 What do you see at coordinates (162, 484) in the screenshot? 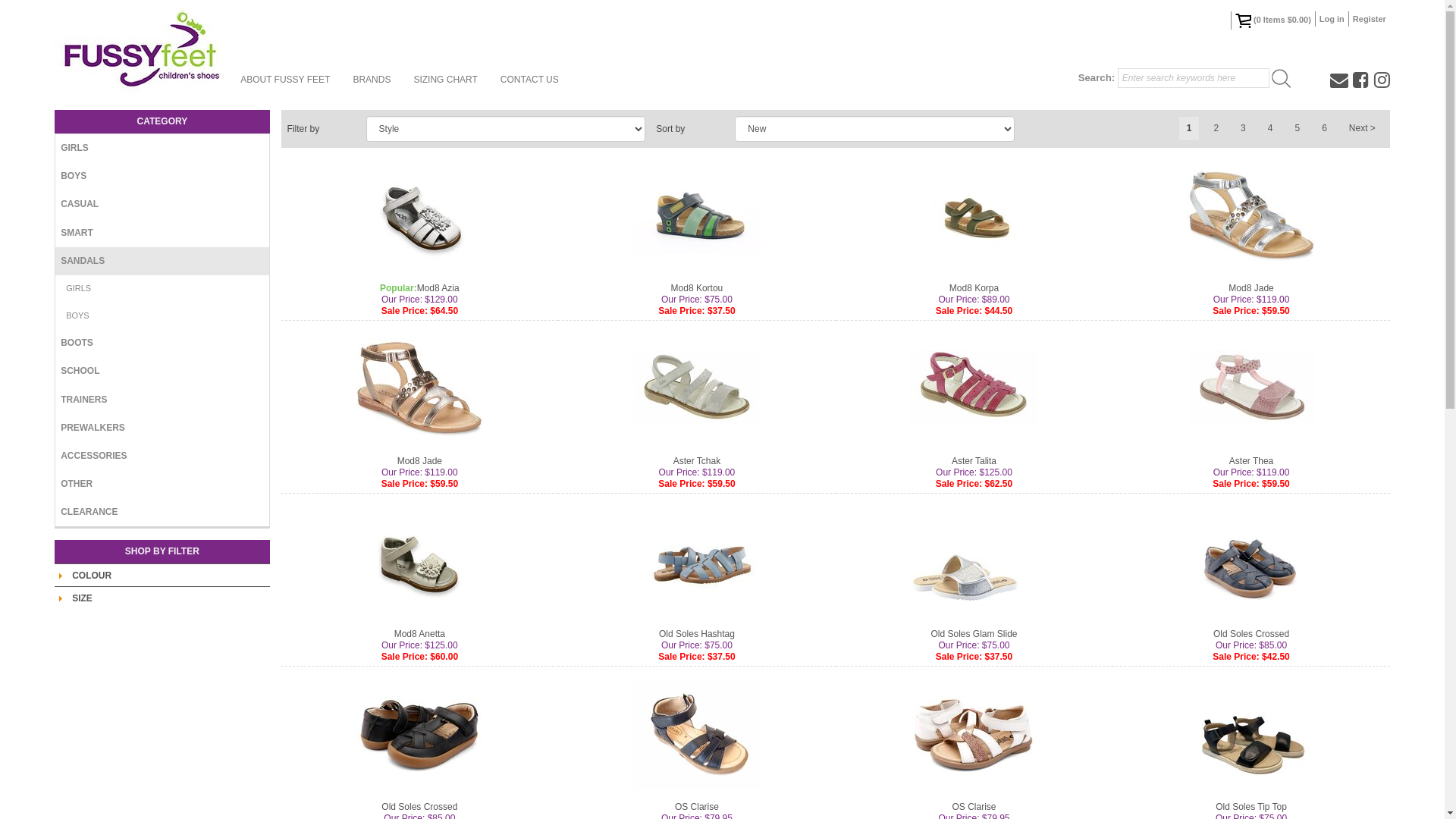
I see `'OTHER'` at bounding box center [162, 484].